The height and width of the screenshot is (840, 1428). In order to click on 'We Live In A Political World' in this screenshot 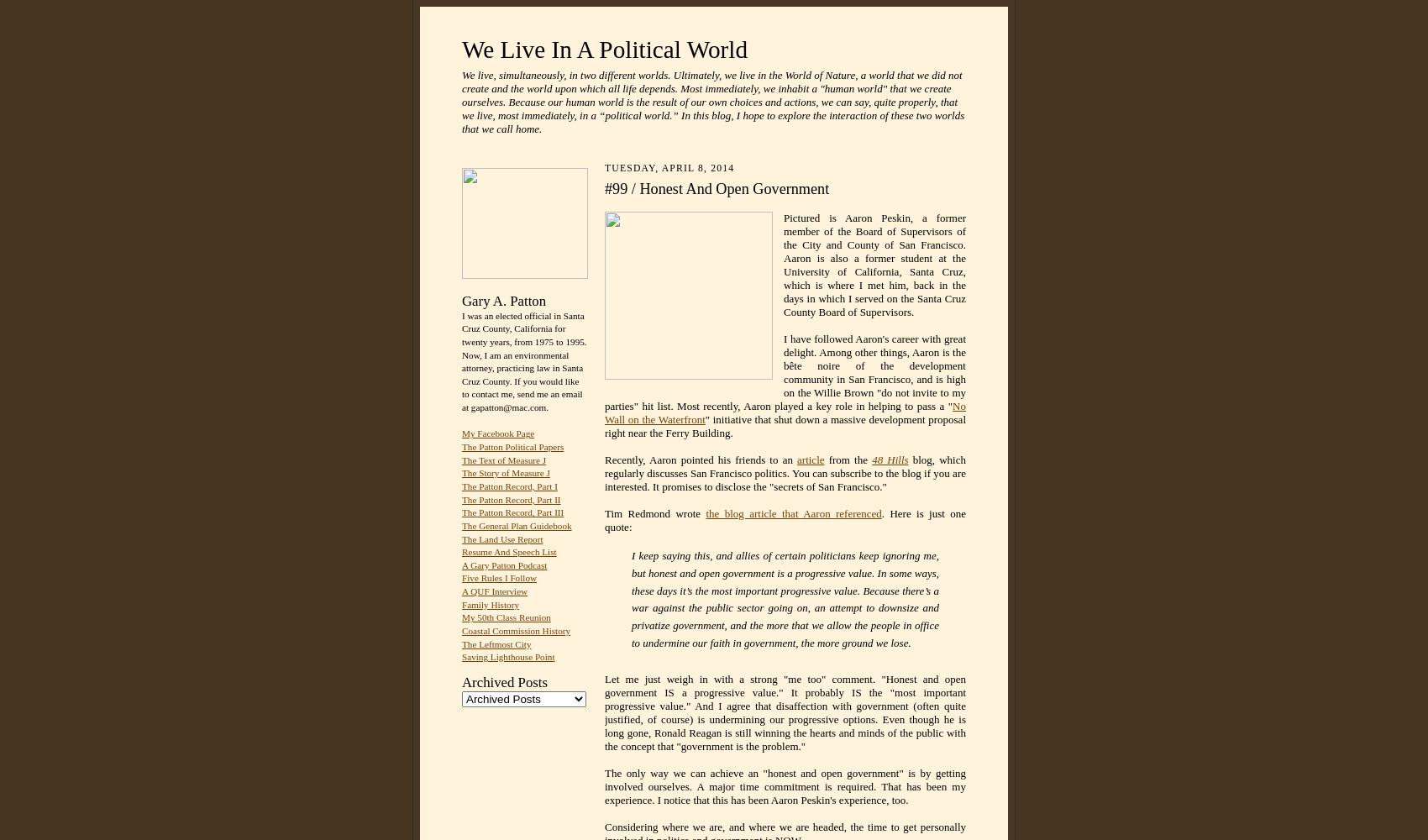, I will do `click(604, 50)`.